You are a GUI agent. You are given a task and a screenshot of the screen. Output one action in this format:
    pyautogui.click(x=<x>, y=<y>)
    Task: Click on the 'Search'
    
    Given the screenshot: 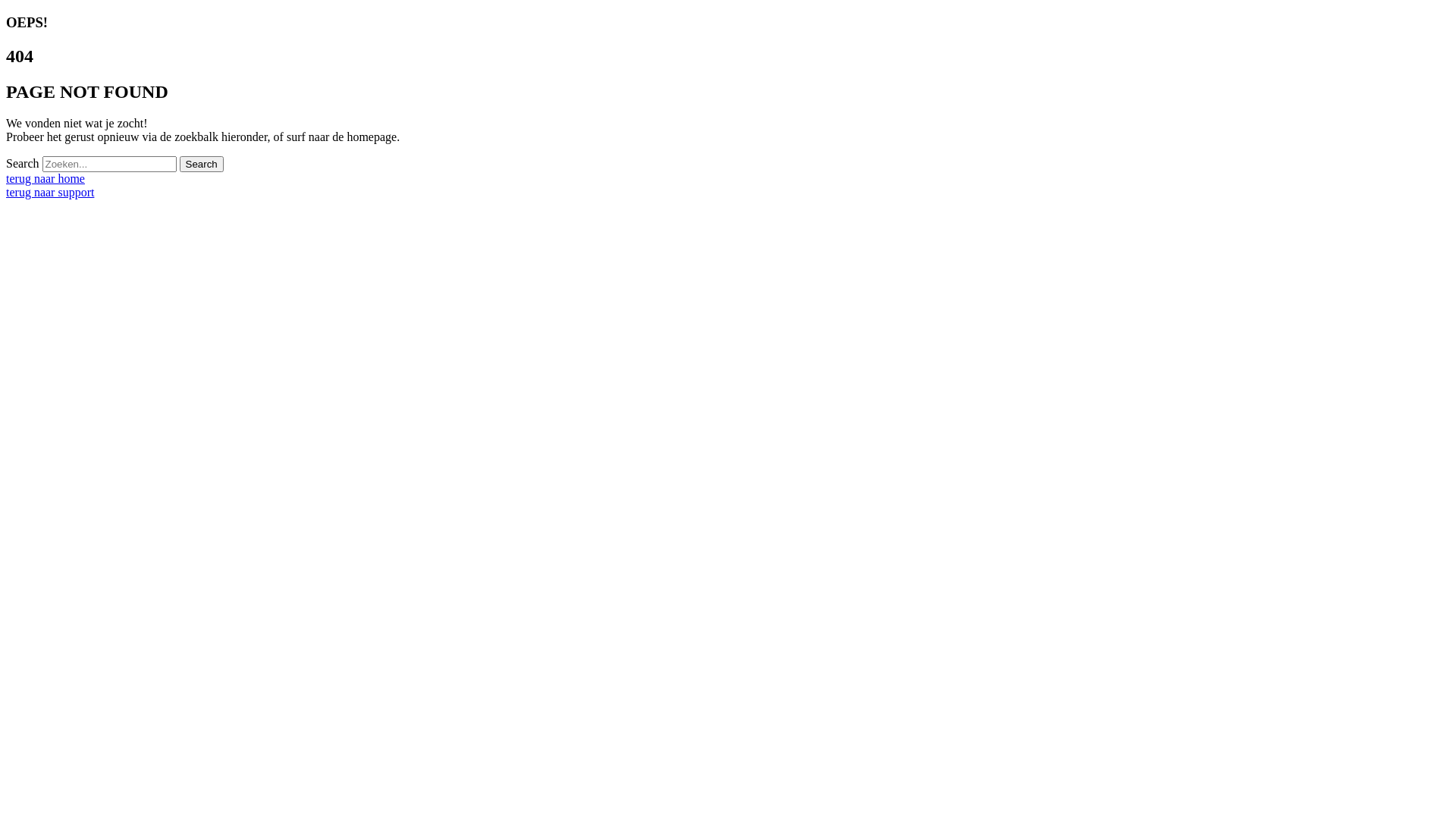 What is the action you would take?
    pyautogui.click(x=200, y=164)
    